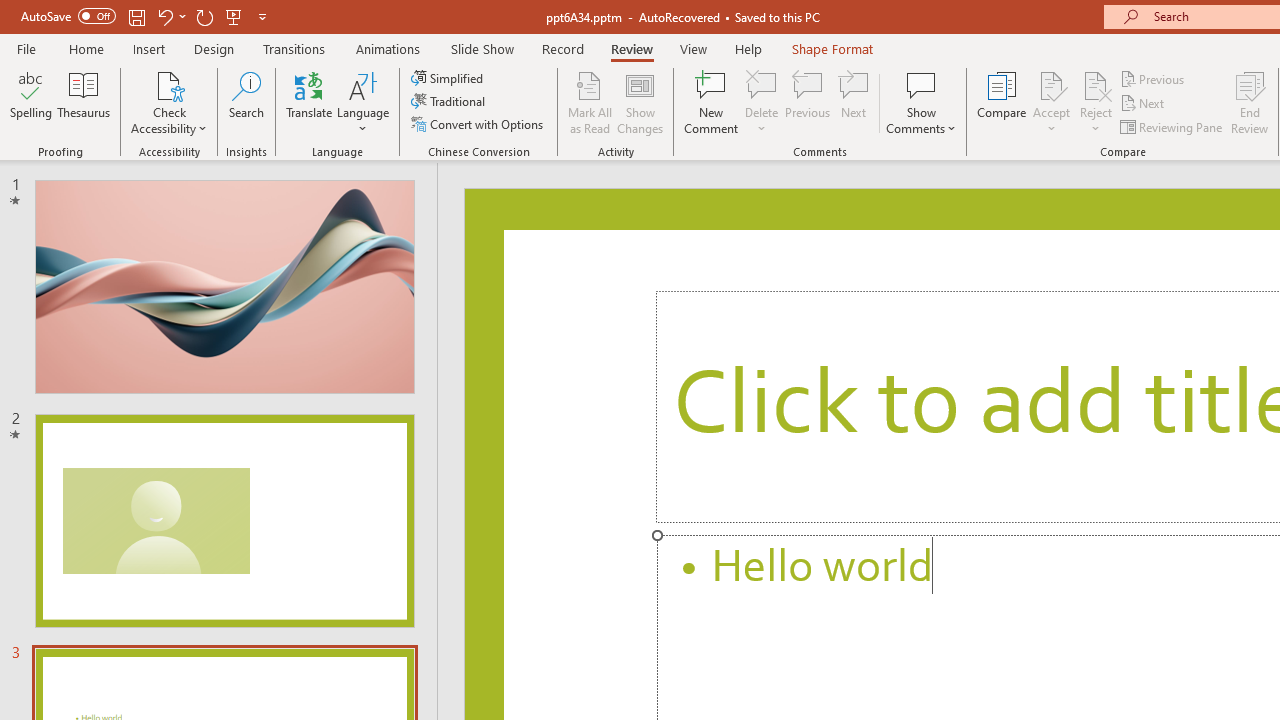 The width and height of the screenshot is (1280, 720). What do you see at coordinates (246, 103) in the screenshot?
I see `'Search'` at bounding box center [246, 103].